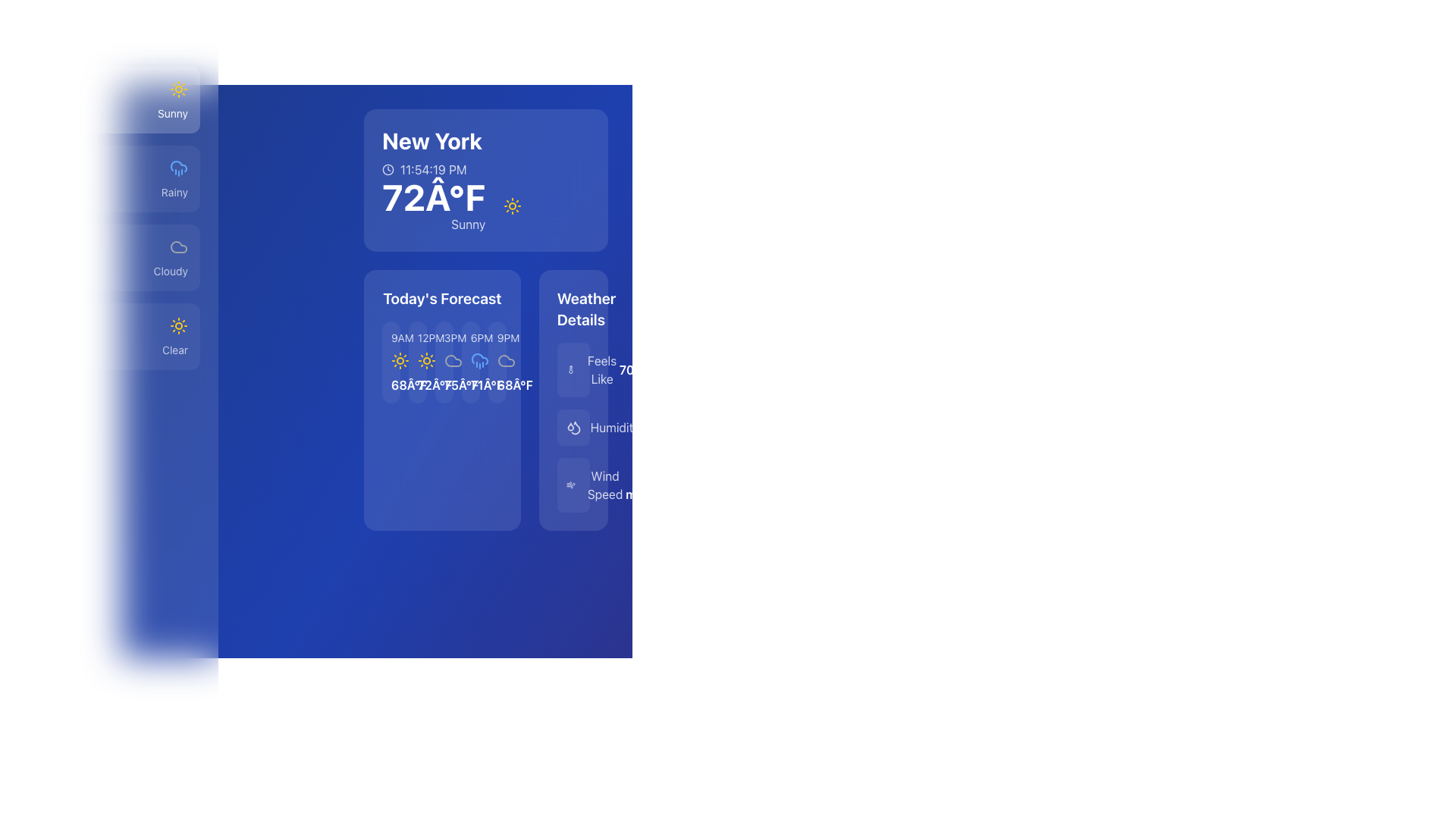 This screenshot has width=1456, height=819. What do you see at coordinates (573, 370) in the screenshot?
I see `the temperature icon located in the 'Weather Details' section, which is the first icon to the left of the 'Feels Like' label` at bounding box center [573, 370].